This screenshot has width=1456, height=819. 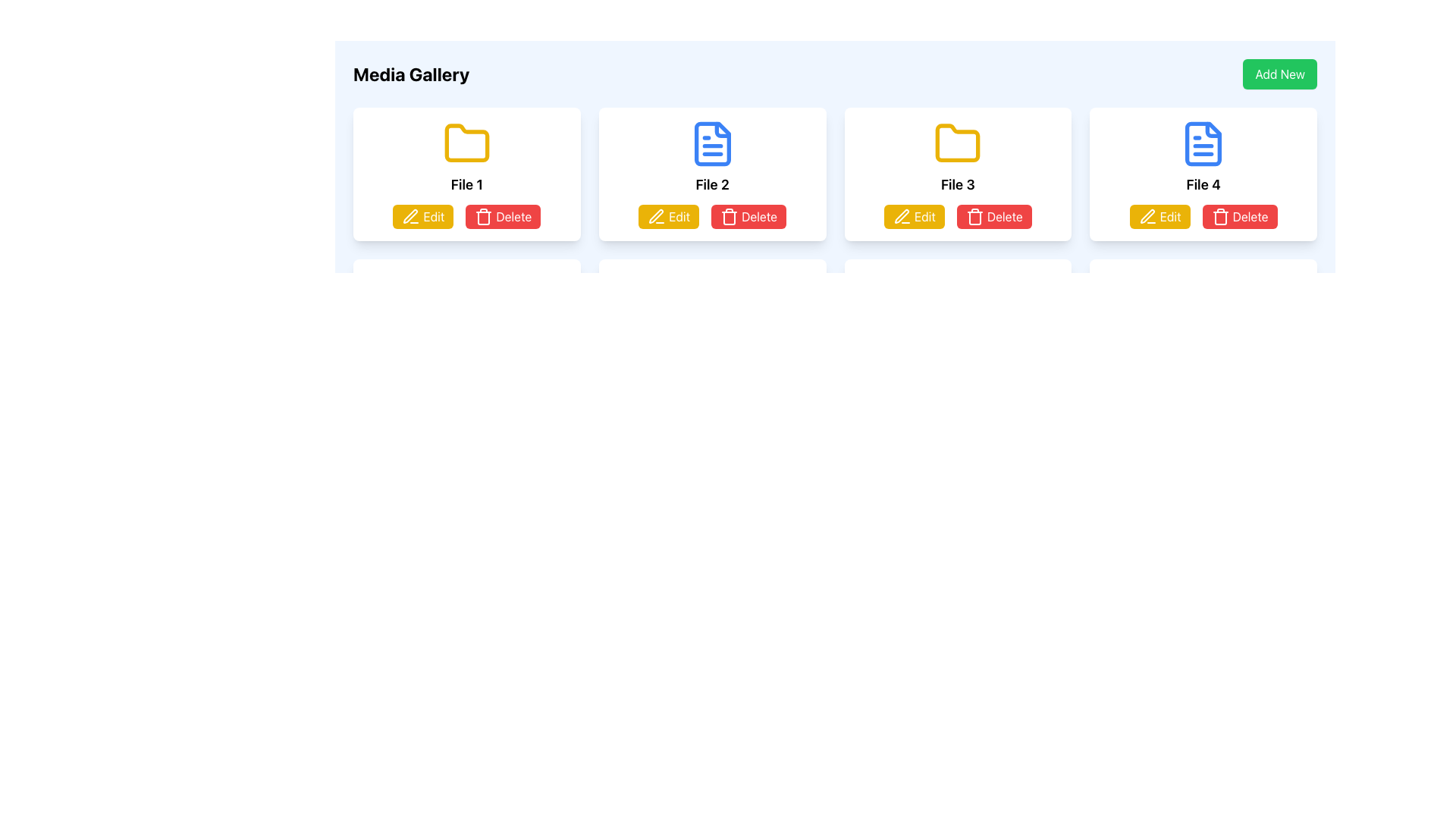 What do you see at coordinates (993, 216) in the screenshot?
I see `the 'Delete' button with a red background and white text, featuring a trash bin icon, located at the bottom right of the third card in the grid` at bounding box center [993, 216].